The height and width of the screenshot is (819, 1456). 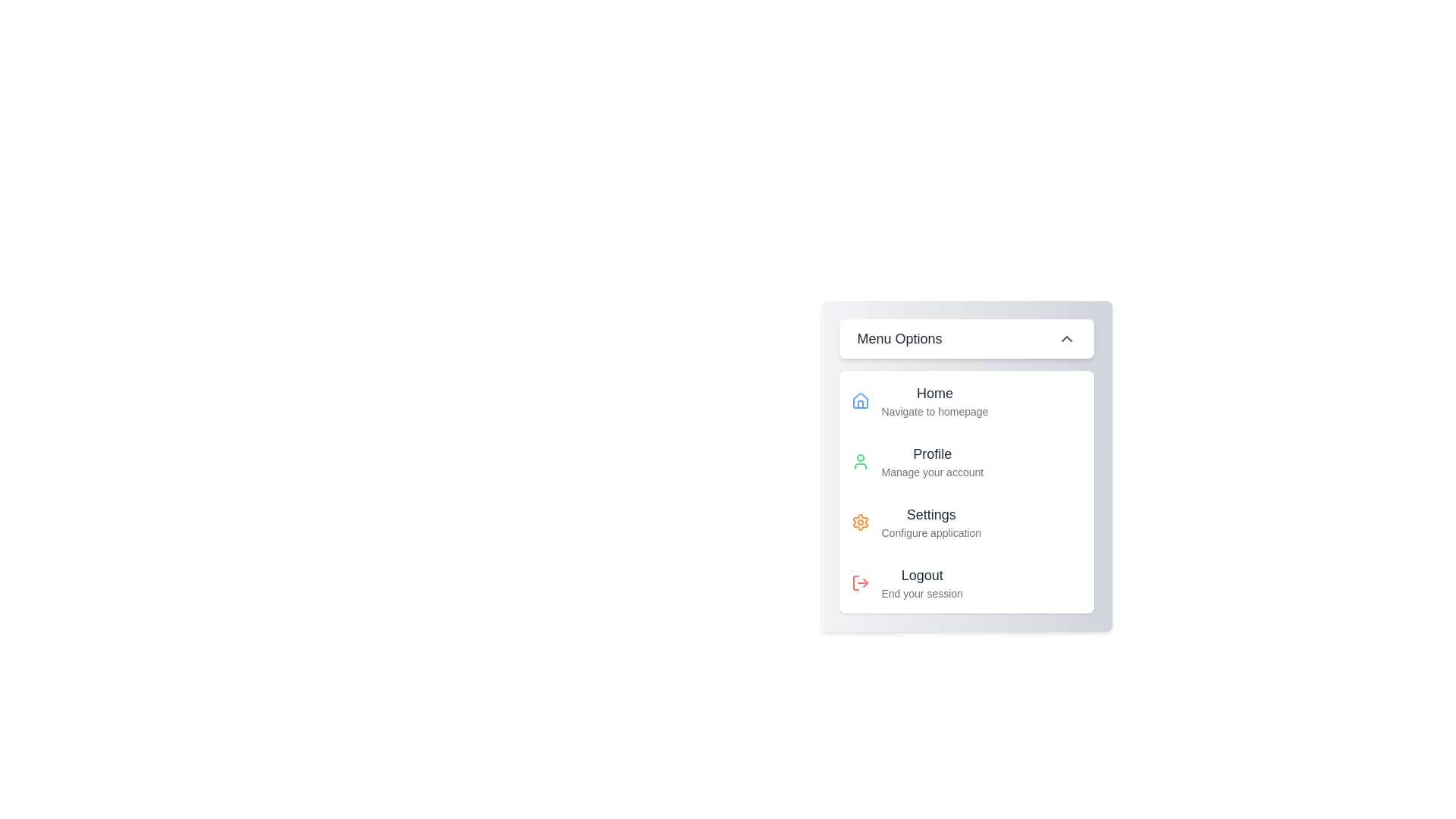 I want to click on the vibrant orange gear-shaped icon located in the menu list, so click(x=860, y=522).